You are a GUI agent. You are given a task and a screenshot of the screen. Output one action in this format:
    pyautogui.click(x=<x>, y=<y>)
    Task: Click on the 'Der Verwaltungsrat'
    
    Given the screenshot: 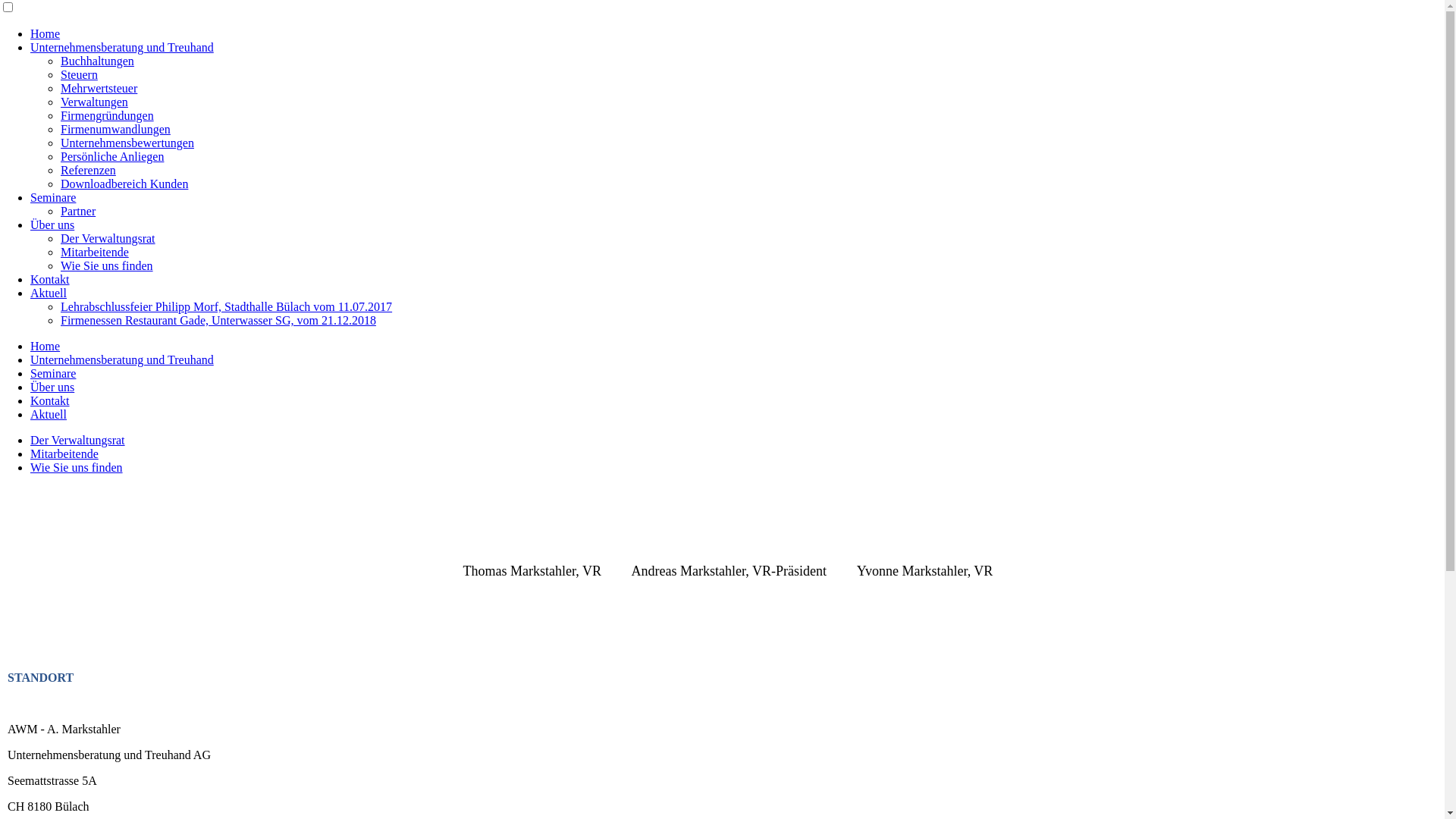 What is the action you would take?
    pyautogui.click(x=107, y=238)
    